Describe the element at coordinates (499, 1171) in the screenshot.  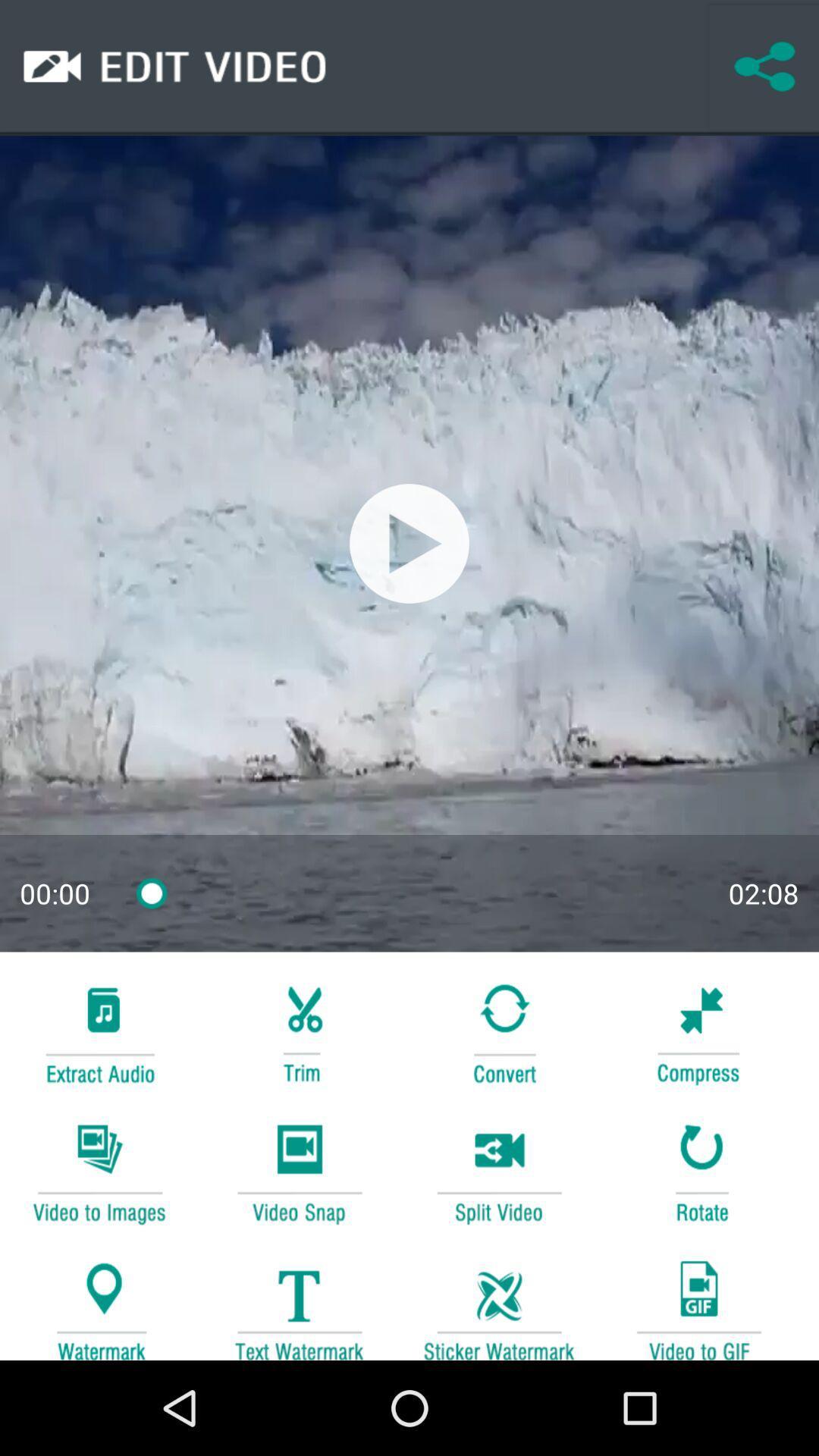
I see `split video` at that location.